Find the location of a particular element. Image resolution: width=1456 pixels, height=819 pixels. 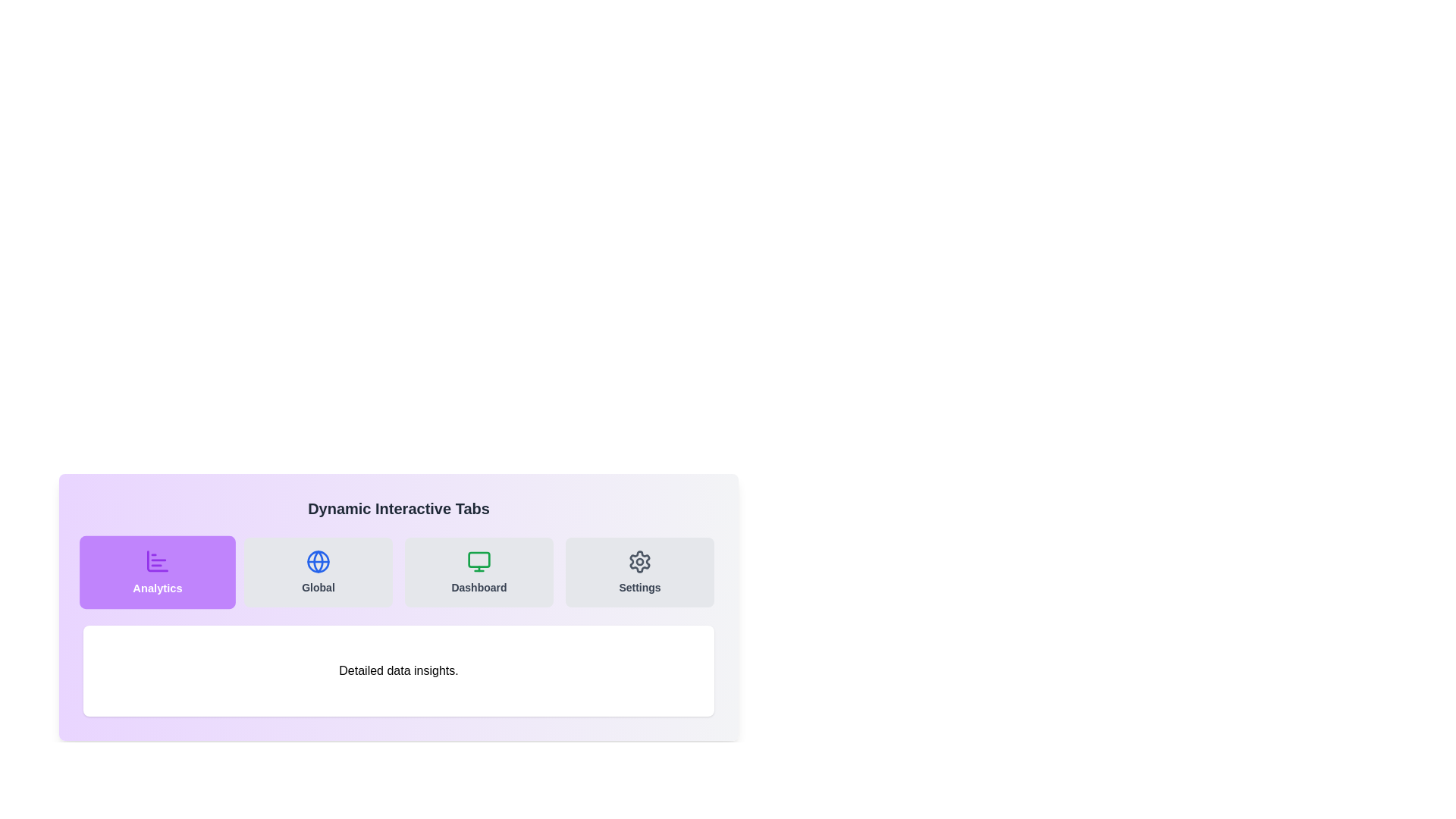

the 'Settings' text label, which is styled in a small, bold font and located below a gear-like icon on the fourth card in a row of similar cards is located at coordinates (640, 587).